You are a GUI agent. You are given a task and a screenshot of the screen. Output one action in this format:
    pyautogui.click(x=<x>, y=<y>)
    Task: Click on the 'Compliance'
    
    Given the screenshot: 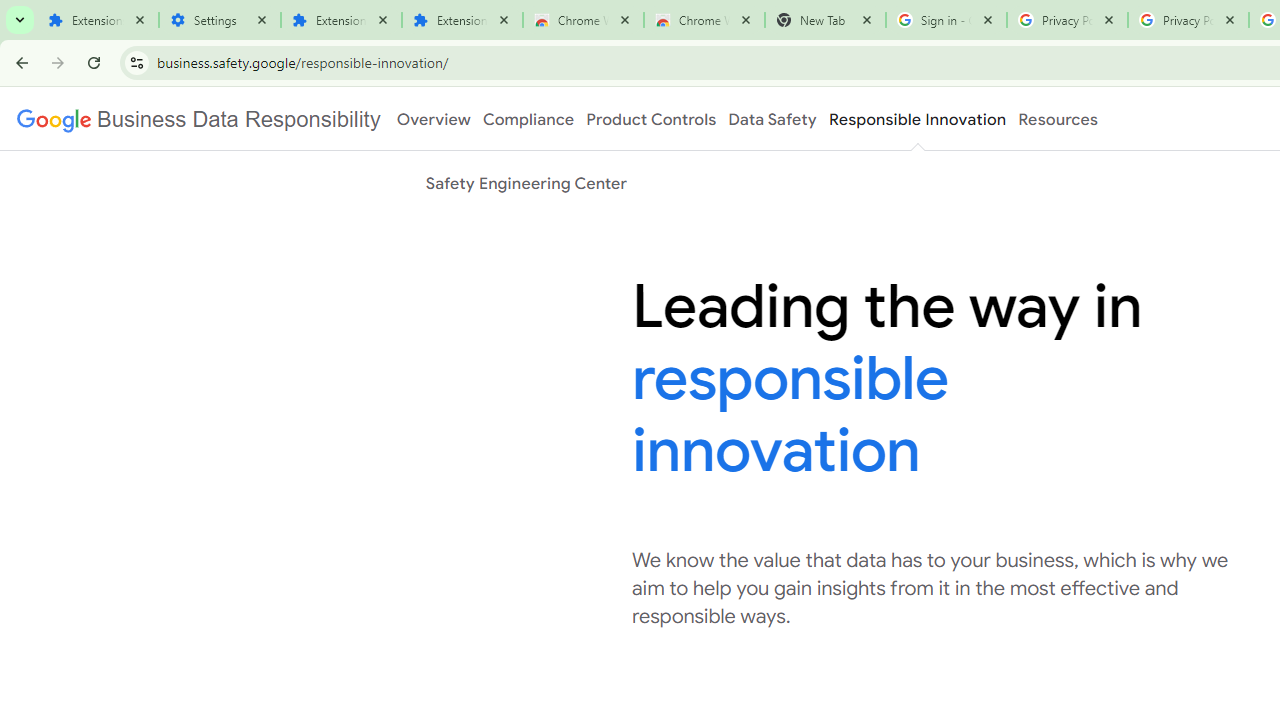 What is the action you would take?
    pyautogui.click(x=528, y=119)
    